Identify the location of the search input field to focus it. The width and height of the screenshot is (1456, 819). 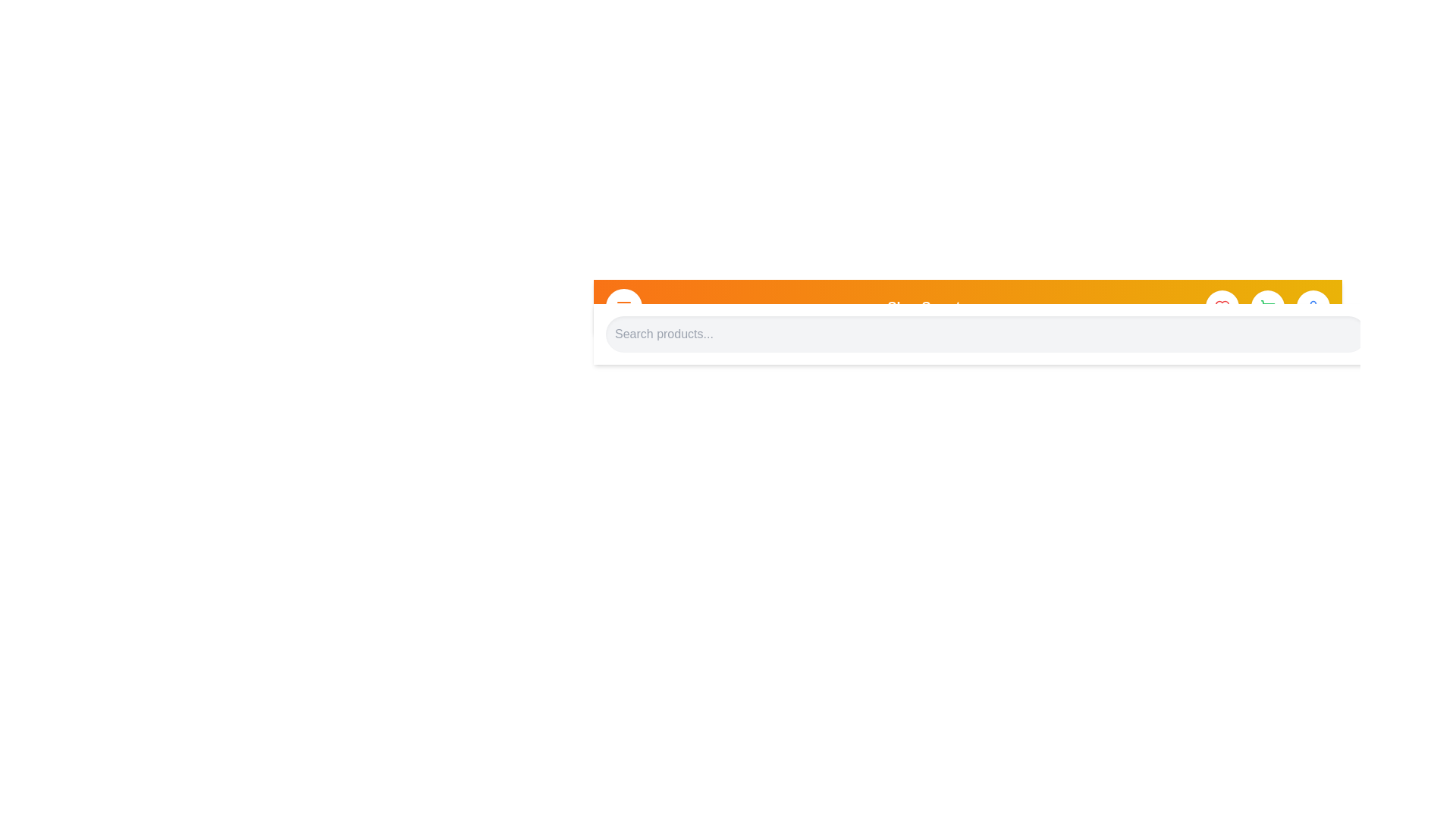
(986, 333).